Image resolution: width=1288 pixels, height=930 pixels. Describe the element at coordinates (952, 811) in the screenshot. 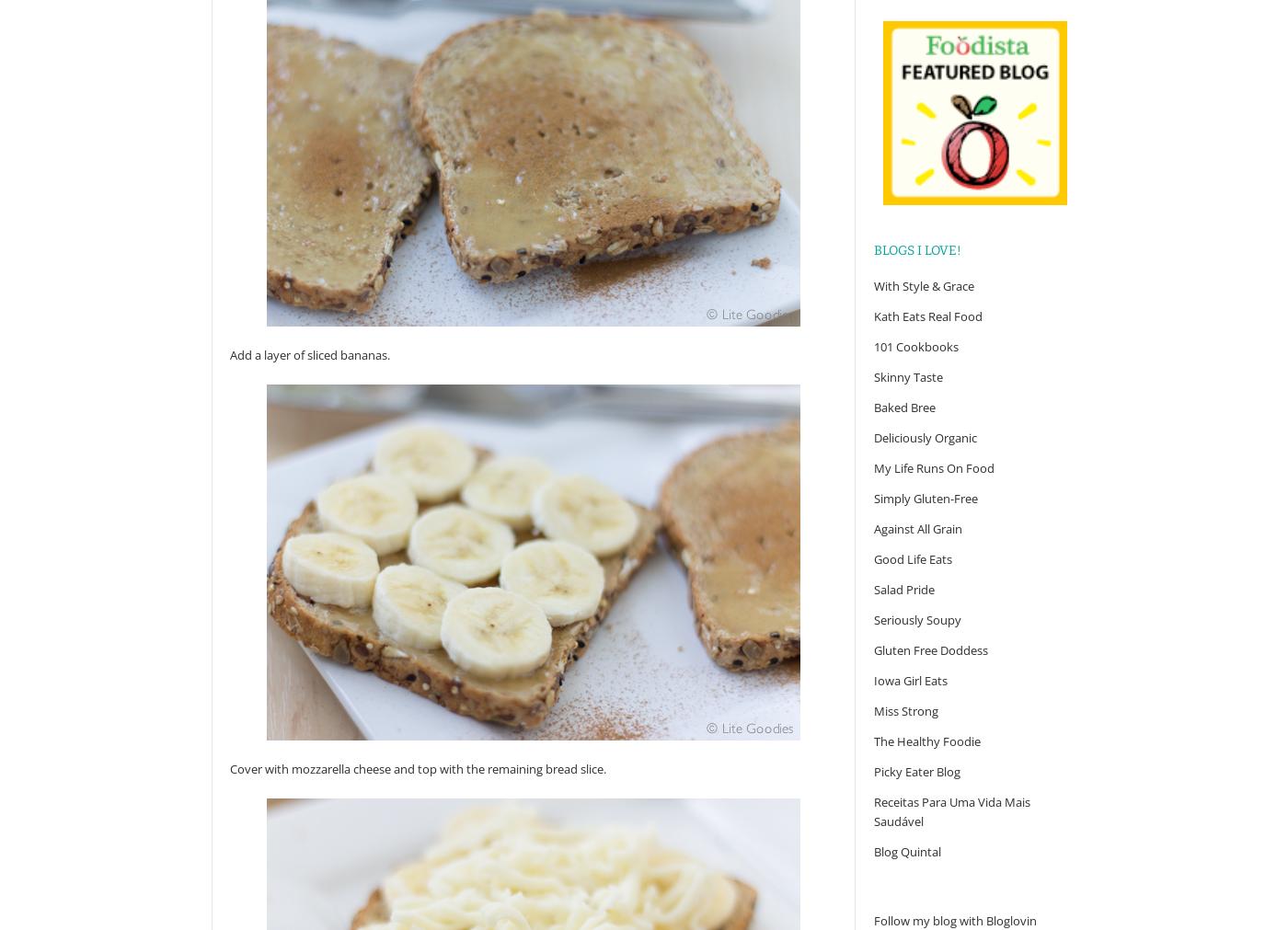

I see `'Receitas Para Uma Vida Mais Saudável'` at that location.